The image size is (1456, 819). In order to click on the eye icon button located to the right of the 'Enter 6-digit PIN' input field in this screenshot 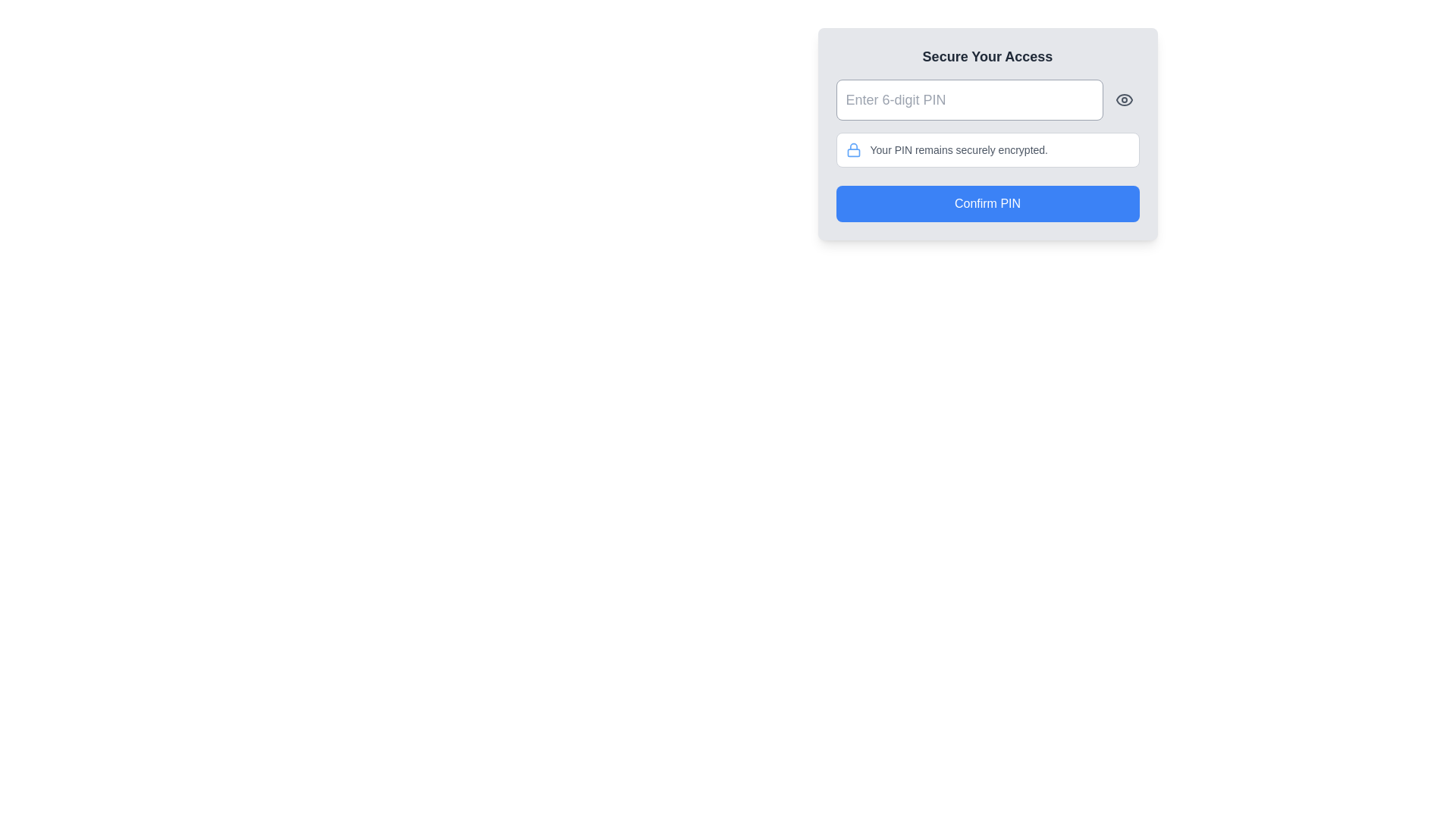, I will do `click(1124, 99)`.